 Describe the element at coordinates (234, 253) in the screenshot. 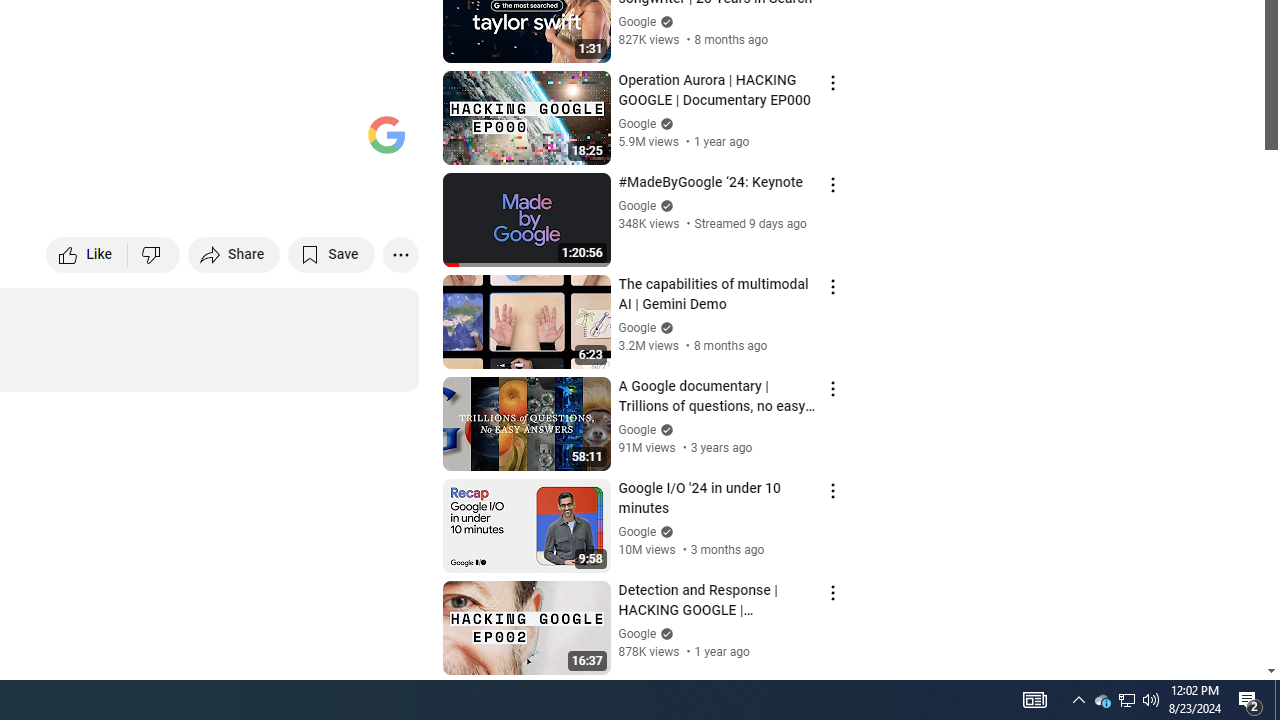

I see `'Share'` at that location.